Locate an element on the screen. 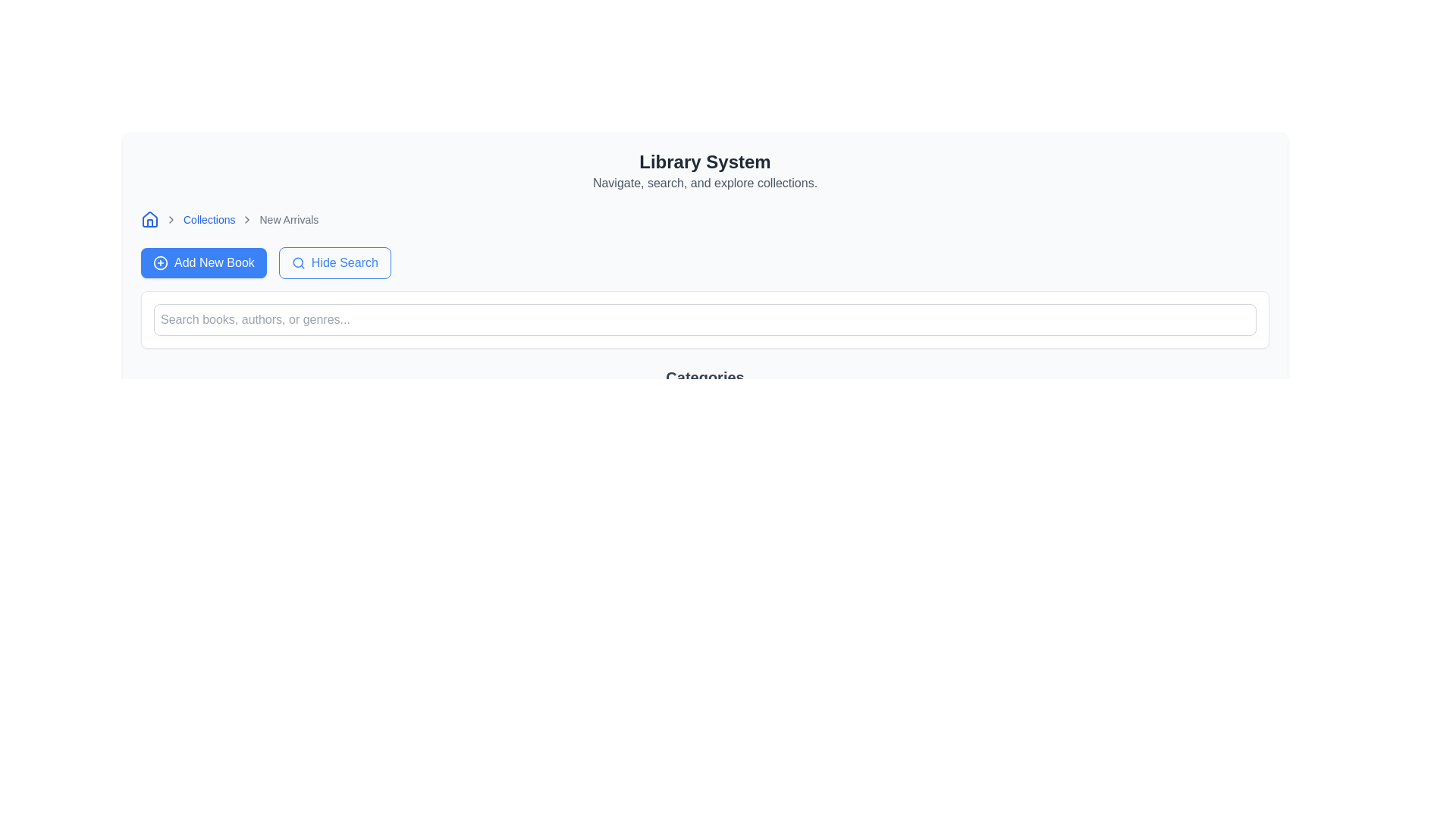 This screenshot has height=819, width=1456. the 'Collections' hyperlink located in the breadcrumb navigation bar, positioned between the Home icon and the text 'New Arrivals' is located at coordinates (209, 219).